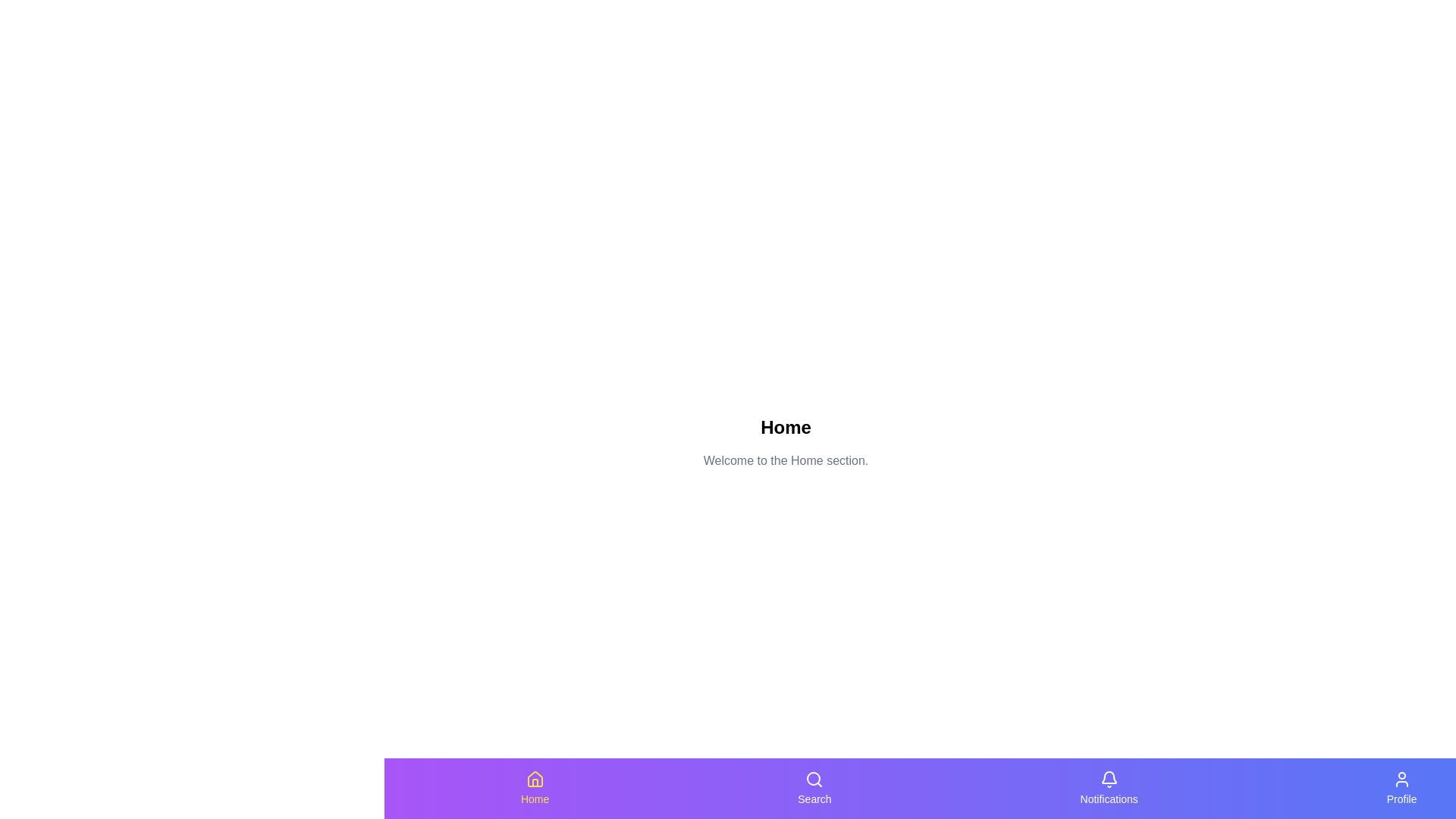 The width and height of the screenshot is (1456, 819). Describe the element at coordinates (786, 460) in the screenshot. I see `the Text label that provides a welcoming message in the 'Home' section of the application, located directly beneath the title 'Home'` at that location.